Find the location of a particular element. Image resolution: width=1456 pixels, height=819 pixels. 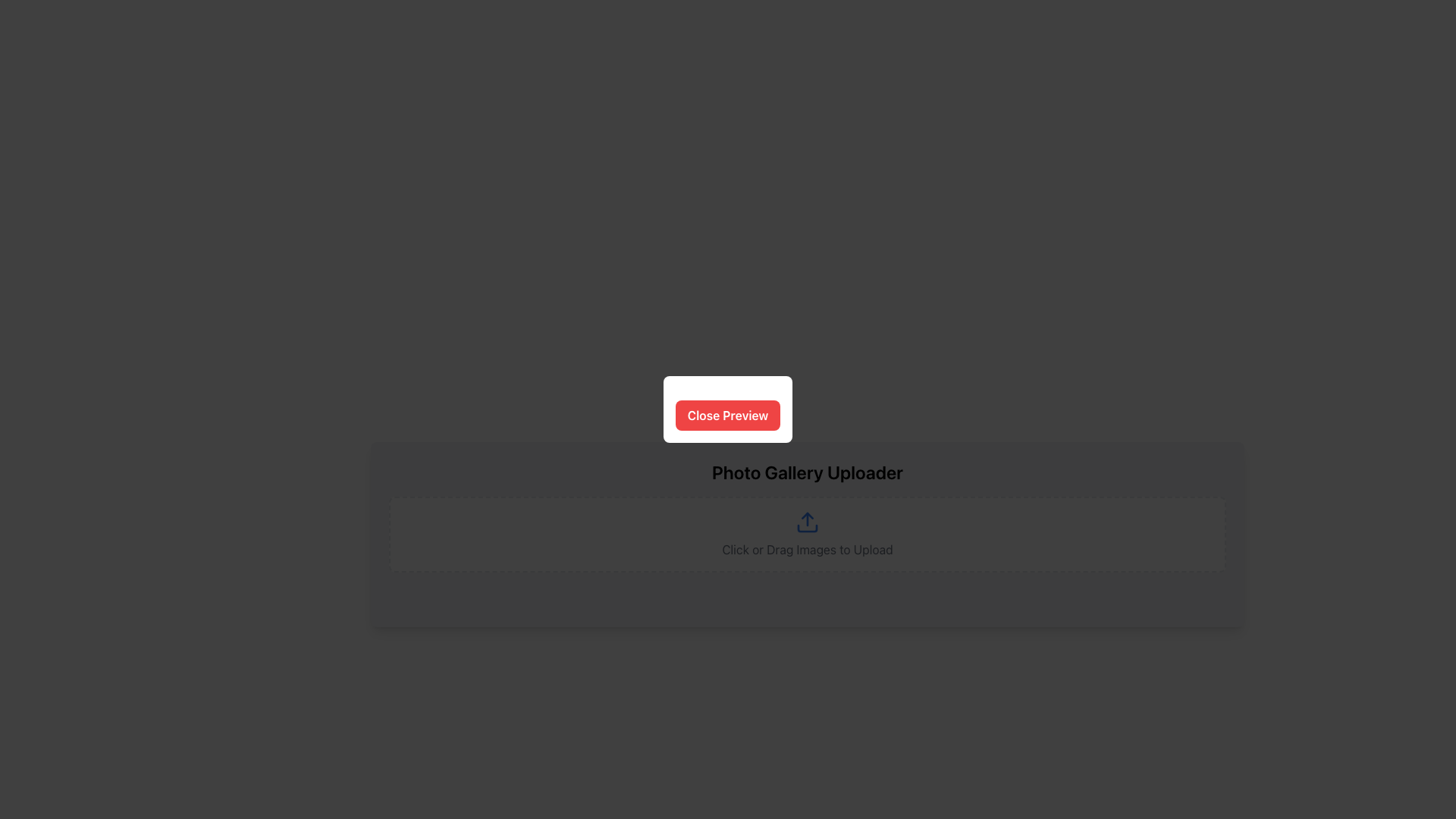

the upload icon located at the center of the upload area, which indicates where users can click or drag images to upload is located at coordinates (807, 522).